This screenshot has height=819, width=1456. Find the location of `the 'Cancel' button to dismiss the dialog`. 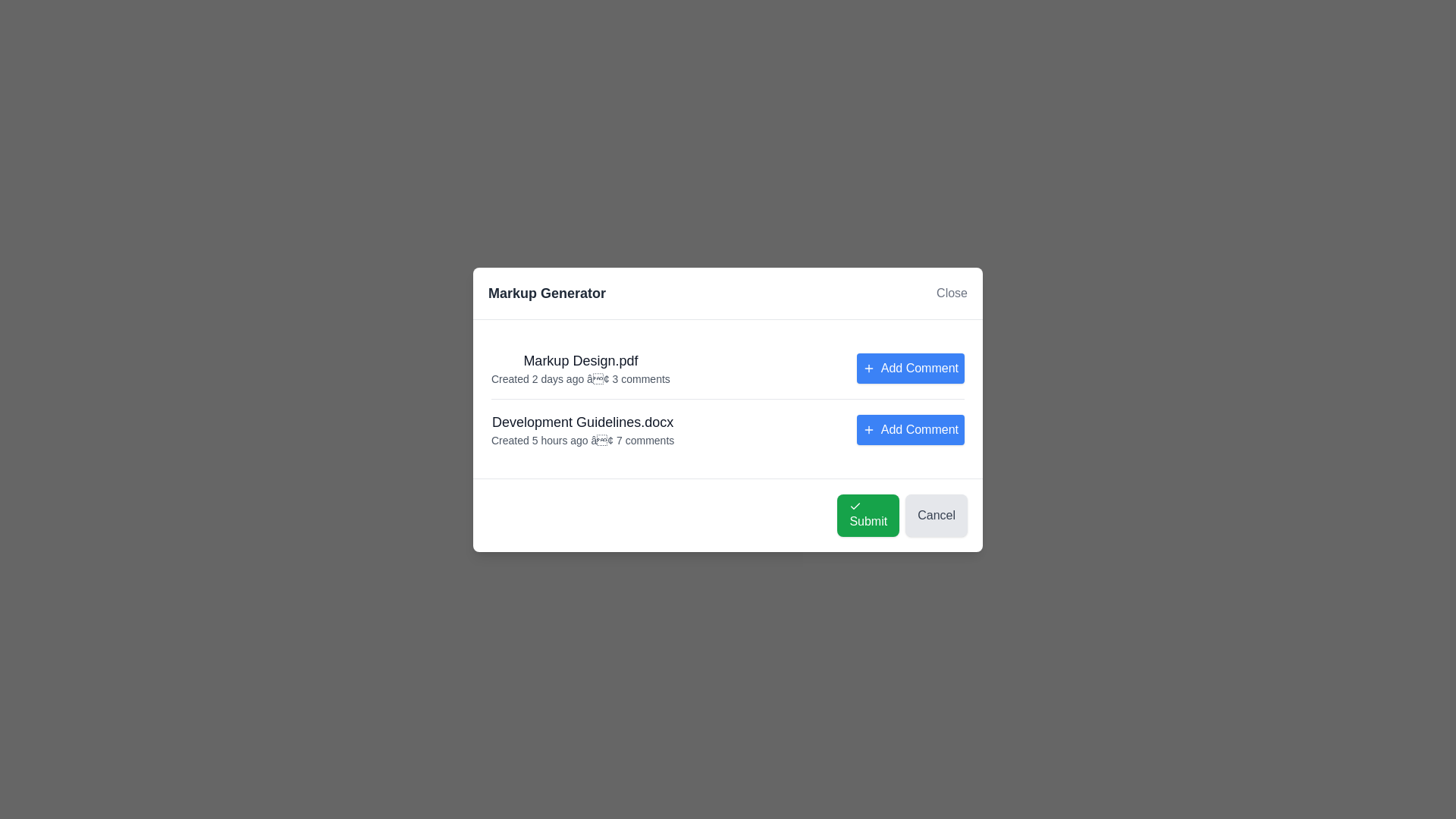

the 'Cancel' button to dismiss the dialog is located at coordinates (936, 514).